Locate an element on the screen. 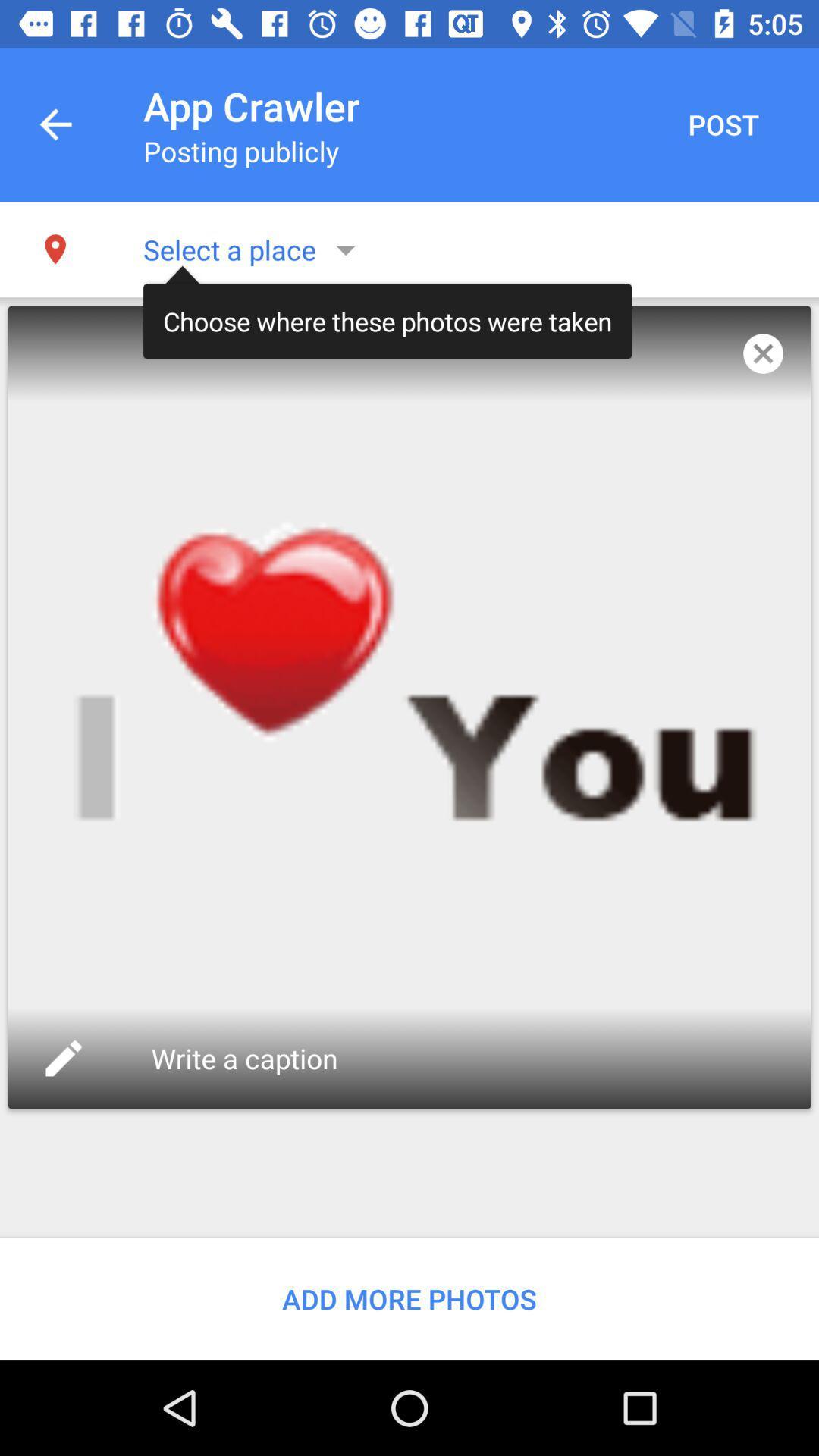  write a caption is located at coordinates (247, 1058).